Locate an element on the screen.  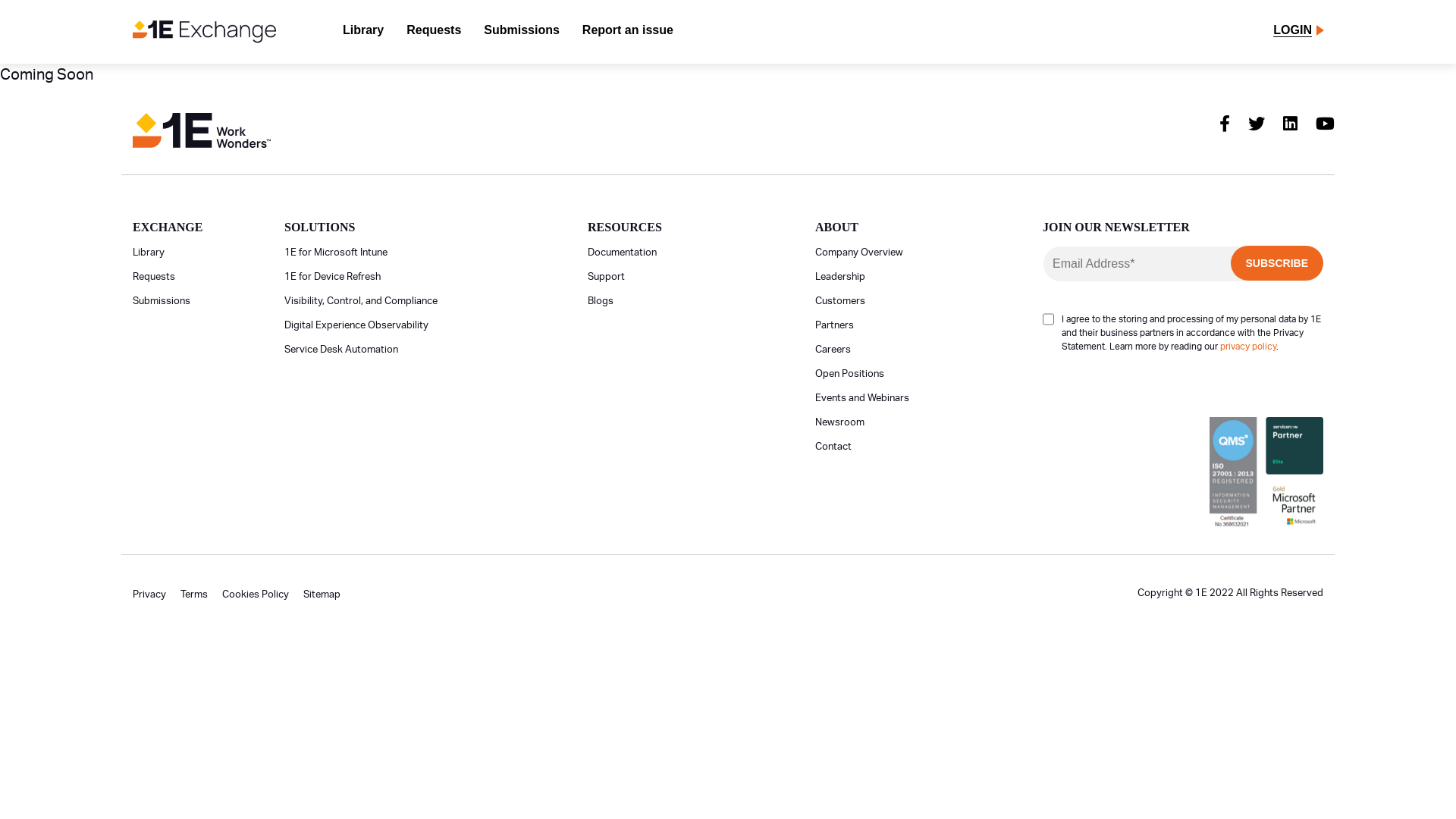
'Report an issue' is located at coordinates (628, 32).